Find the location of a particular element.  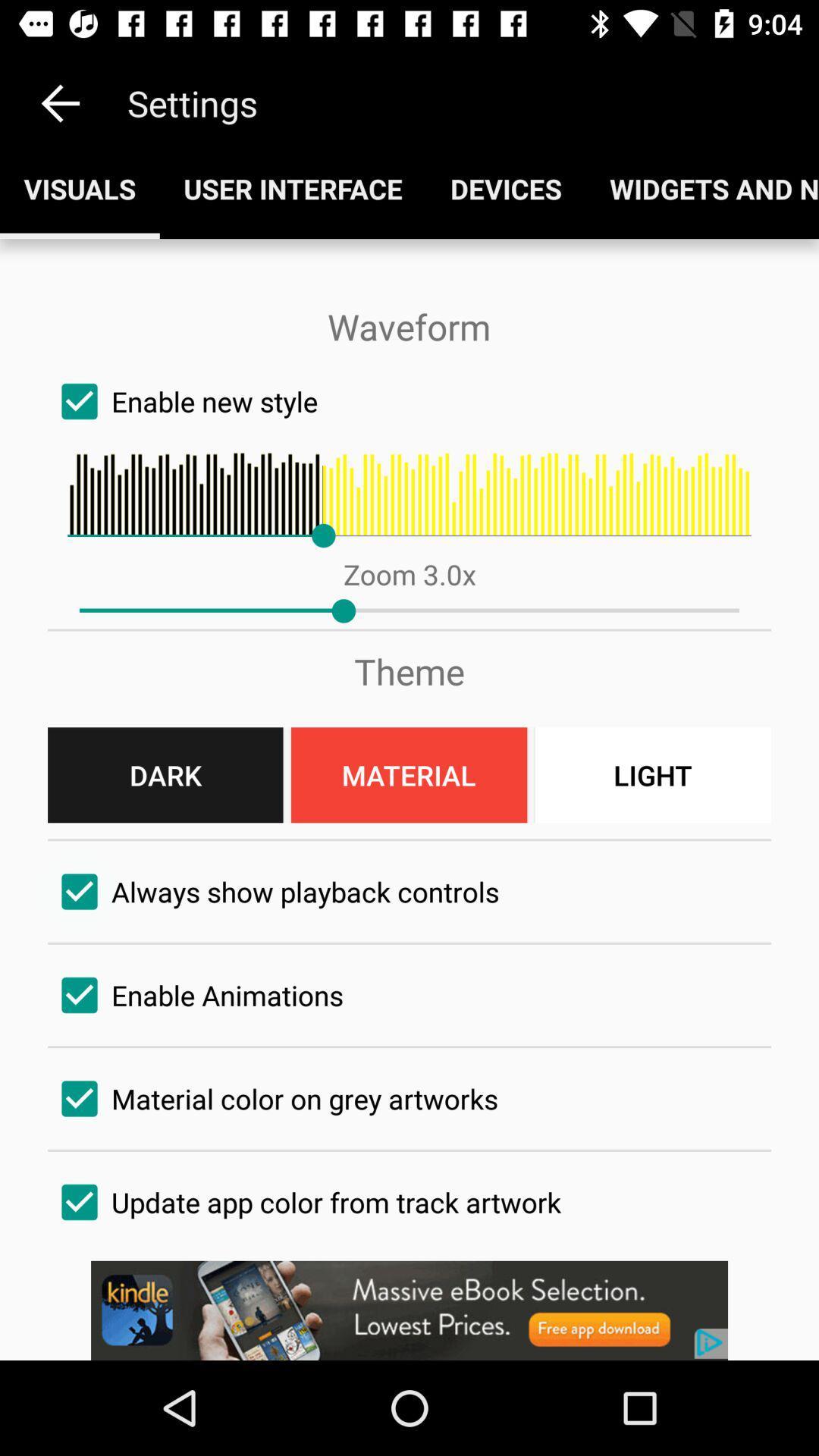

the button left of material is located at coordinates (165, 775).